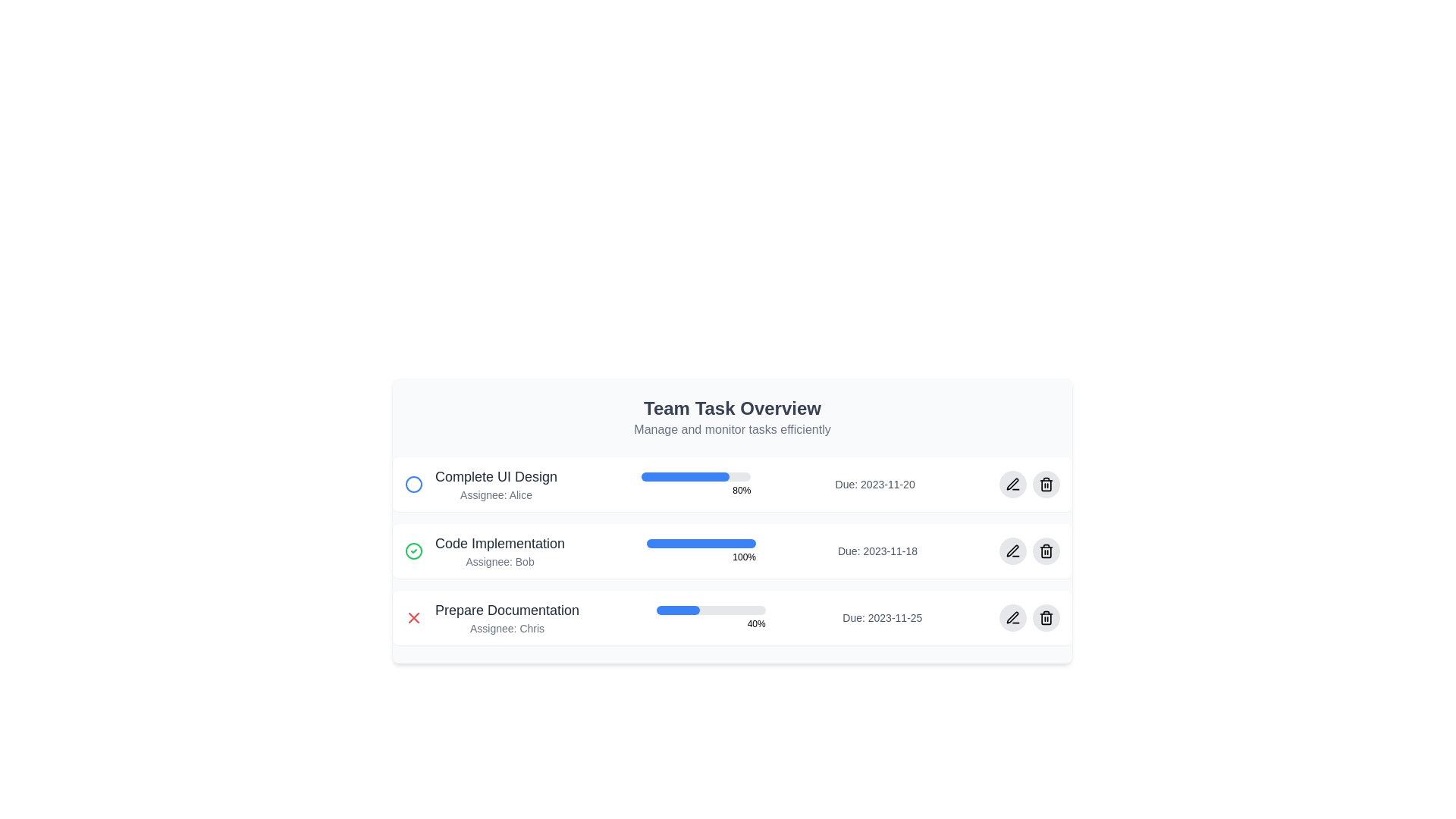  I want to click on the icon bundle that groups the editing and deleting buttons for the 'Code Implementation' task, located at the far-right side of the row, so click(1030, 551).